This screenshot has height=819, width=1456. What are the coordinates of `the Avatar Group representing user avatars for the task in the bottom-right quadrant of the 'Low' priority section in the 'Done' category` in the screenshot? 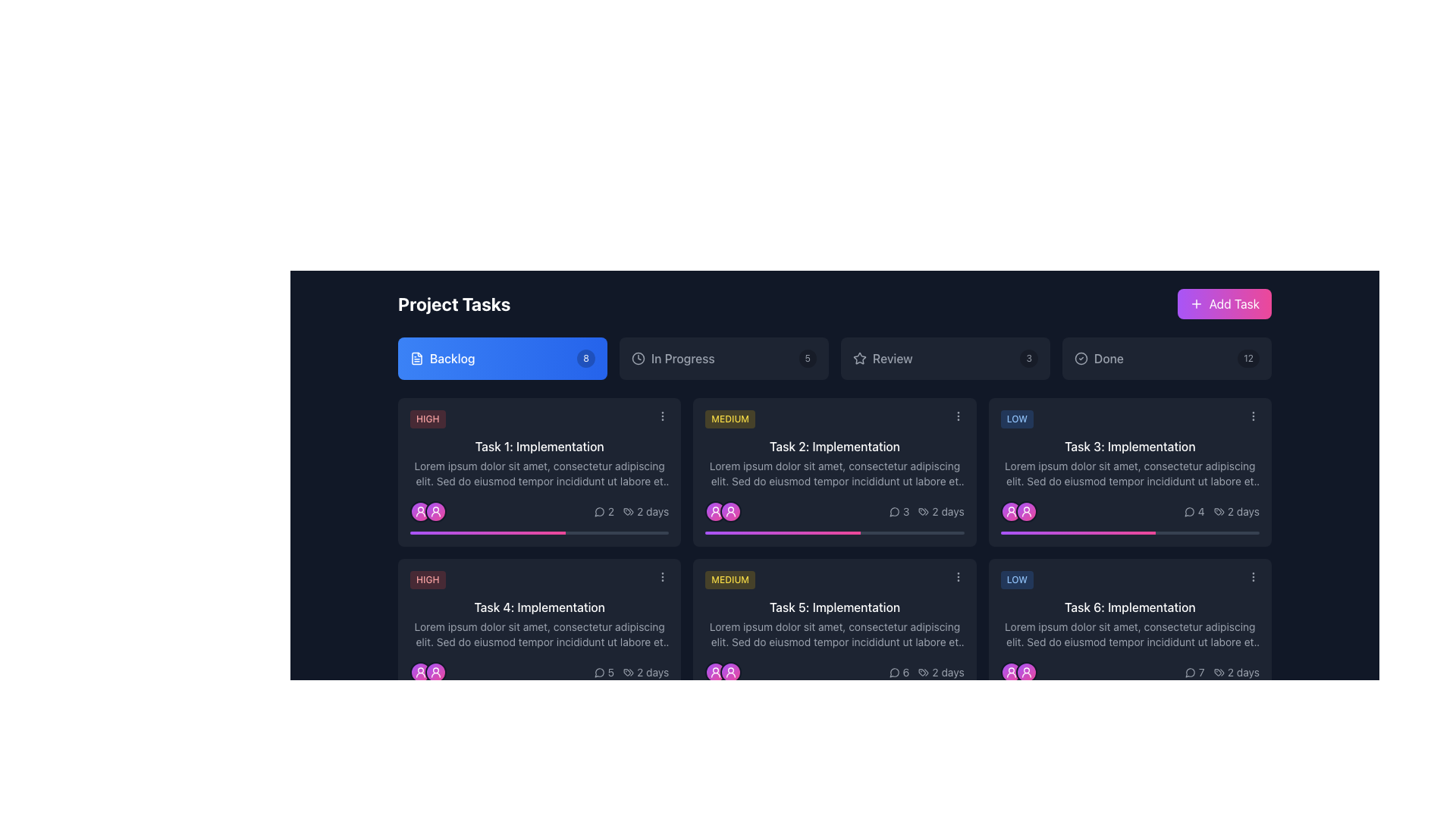 It's located at (1018, 672).